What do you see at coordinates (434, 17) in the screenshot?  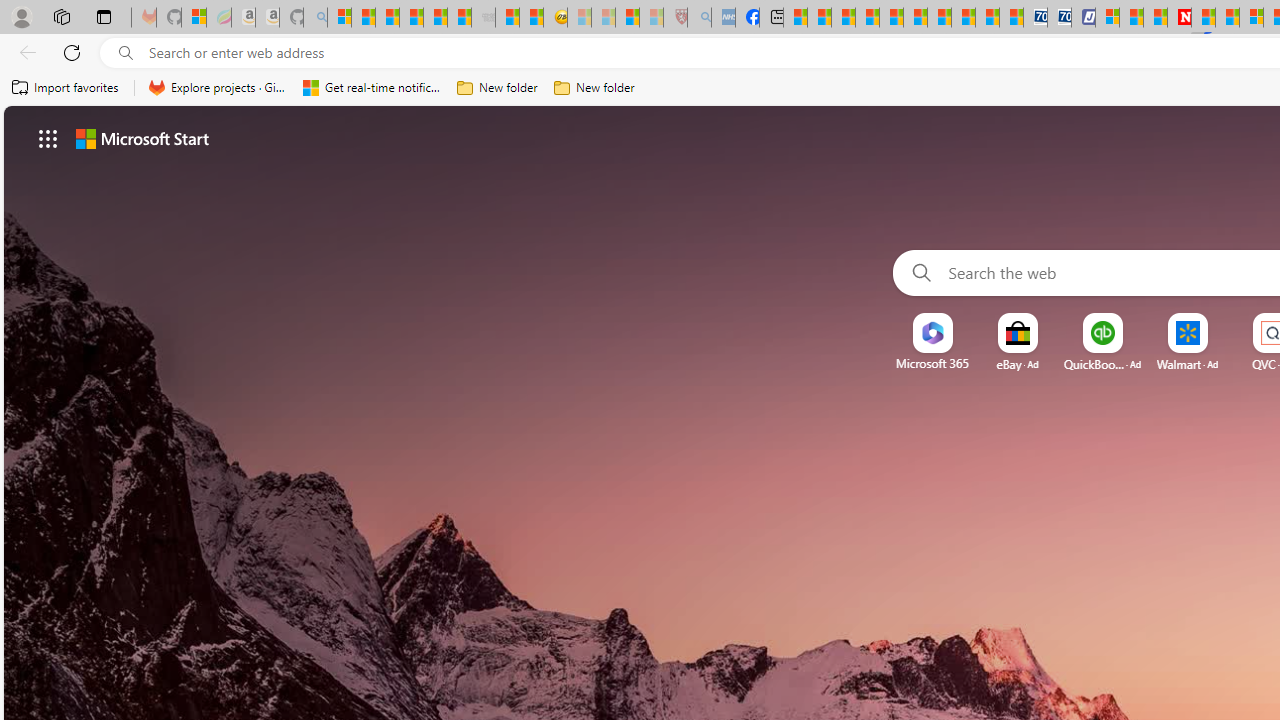 I see `'New Report Confirms 2023 Was Record Hot | Watch'` at bounding box center [434, 17].